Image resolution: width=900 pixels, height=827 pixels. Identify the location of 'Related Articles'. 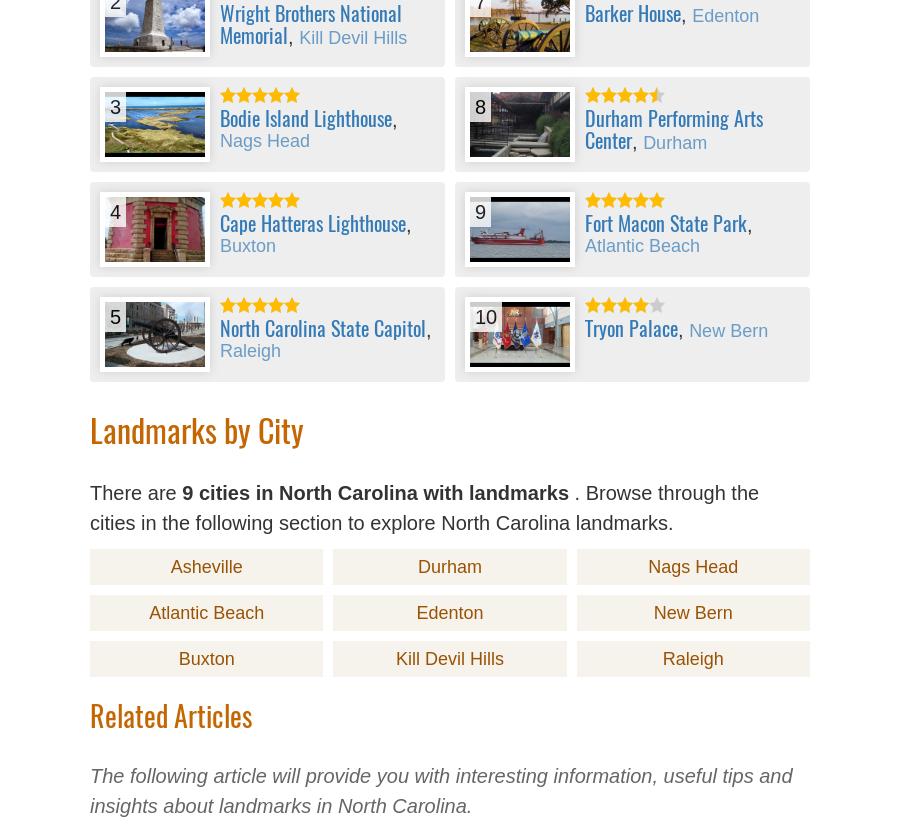
(89, 714).